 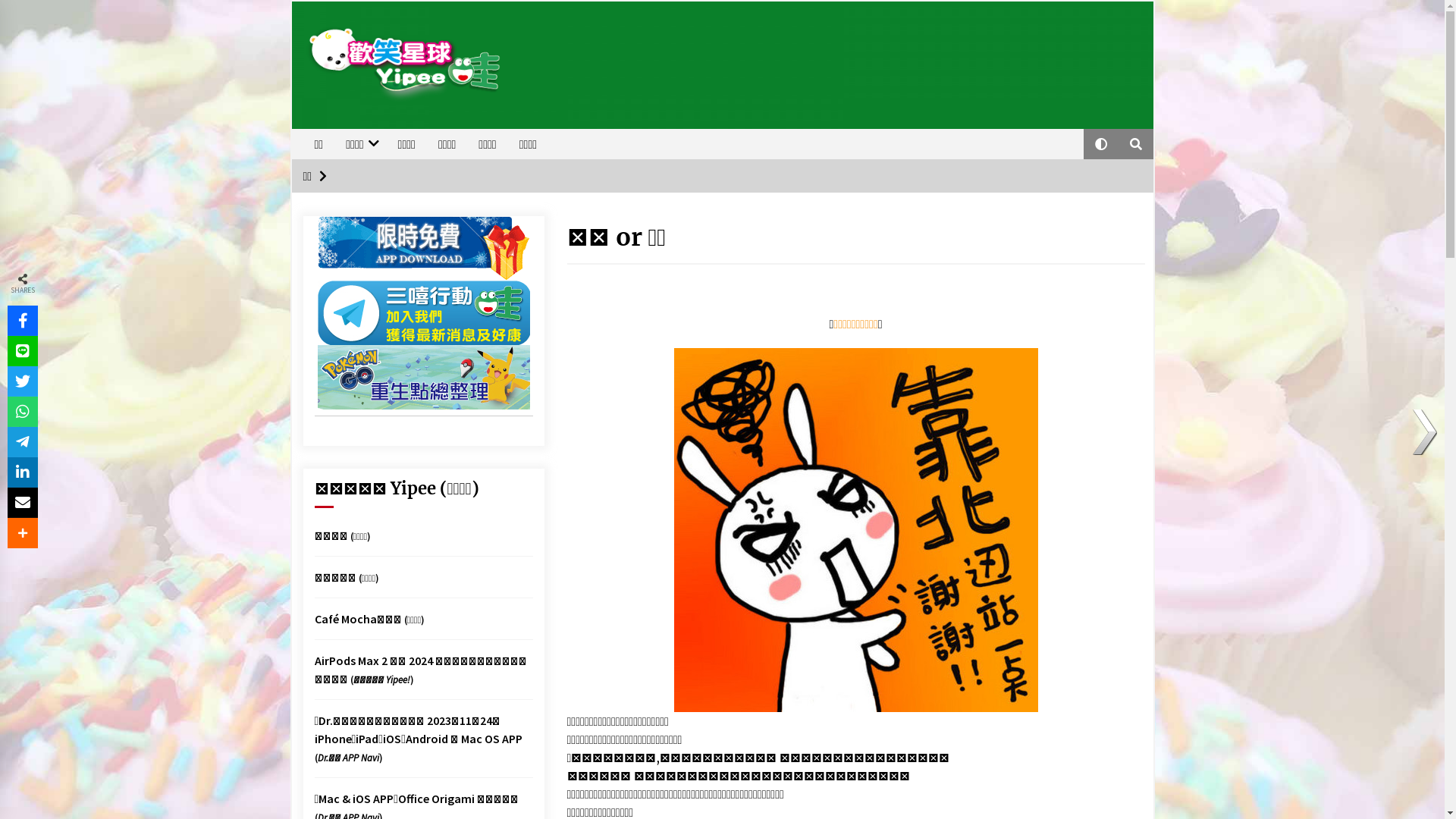 What do you see at coordinates (7, 472) in the screenshot?
I see `'Add this to LinkedIn'` at bounding box center [7, 472].